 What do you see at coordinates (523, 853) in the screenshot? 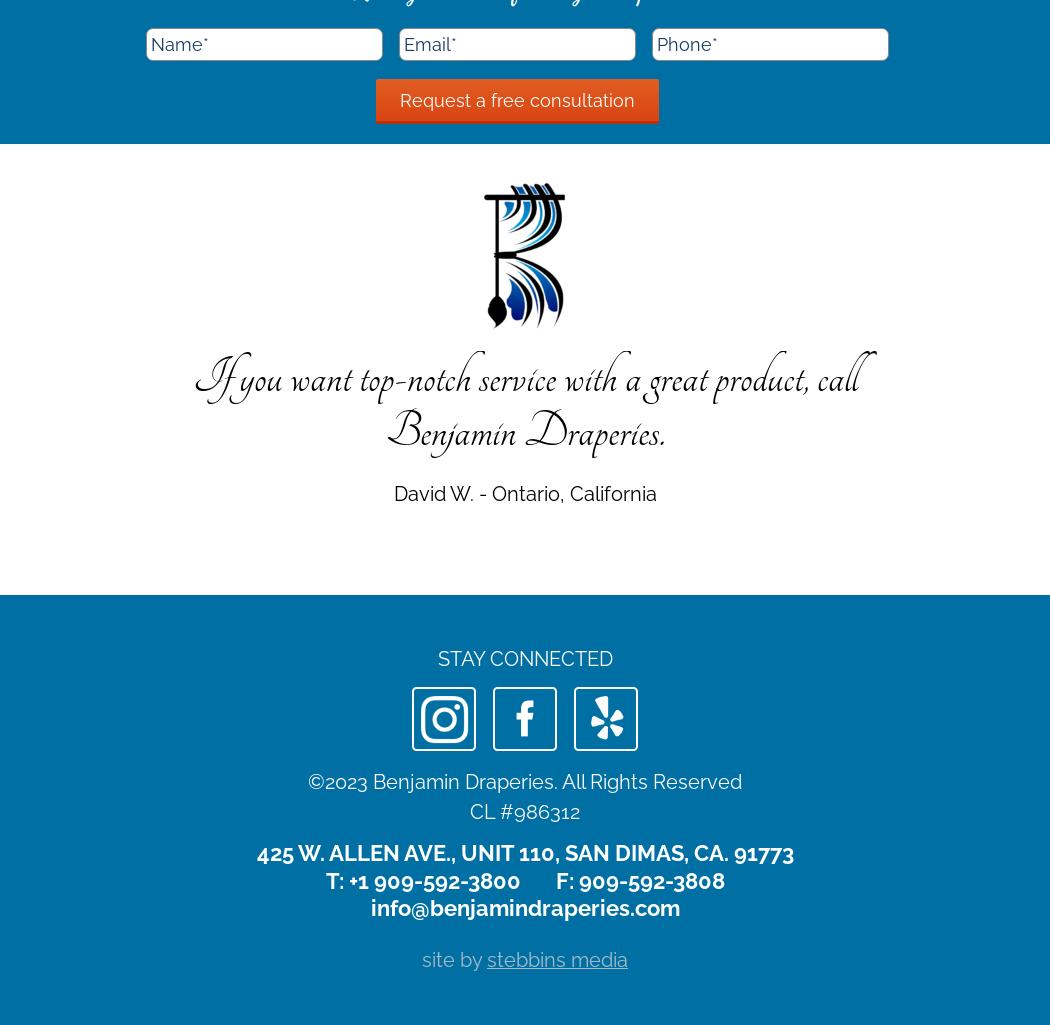
I see `'425 W. Allen Ave., Unit 110, San Dimas, CA. 91773'` at bounding box center [523, 853].